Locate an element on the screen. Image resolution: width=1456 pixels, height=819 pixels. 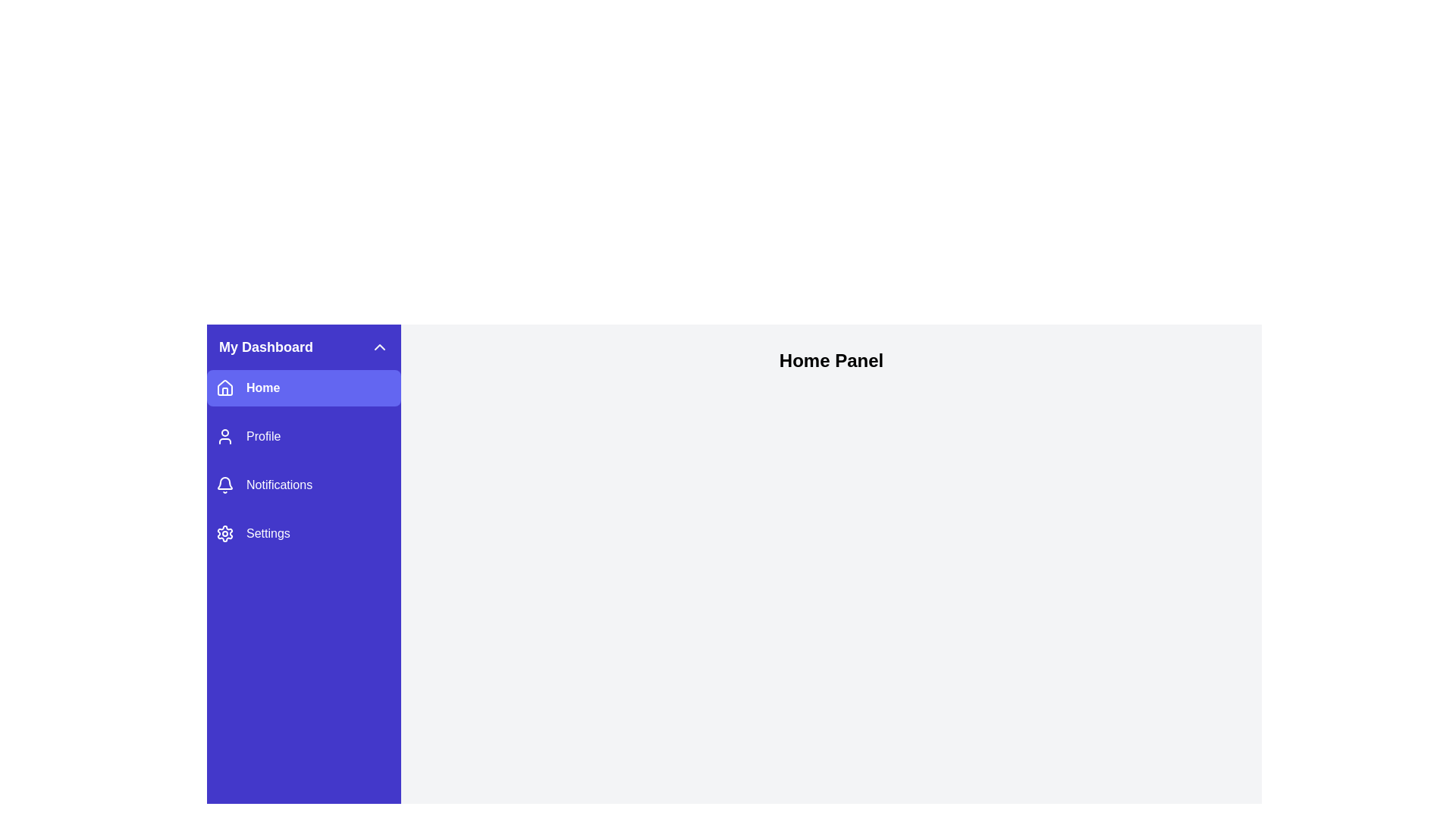
the bell-shaped icon in the left navigation menu is located at coordinates (224, 483).